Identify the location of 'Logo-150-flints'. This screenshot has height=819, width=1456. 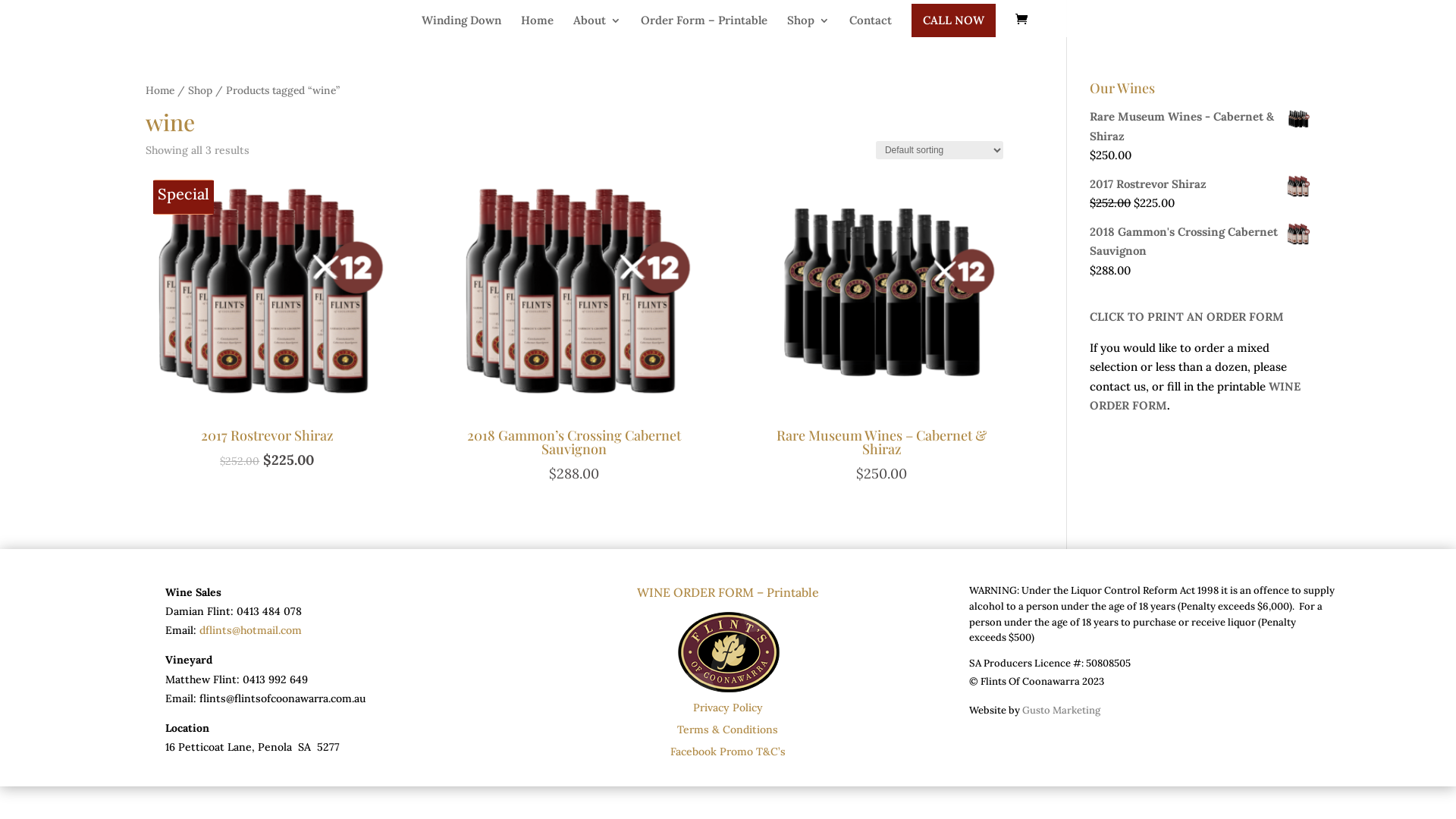
(728, 649).